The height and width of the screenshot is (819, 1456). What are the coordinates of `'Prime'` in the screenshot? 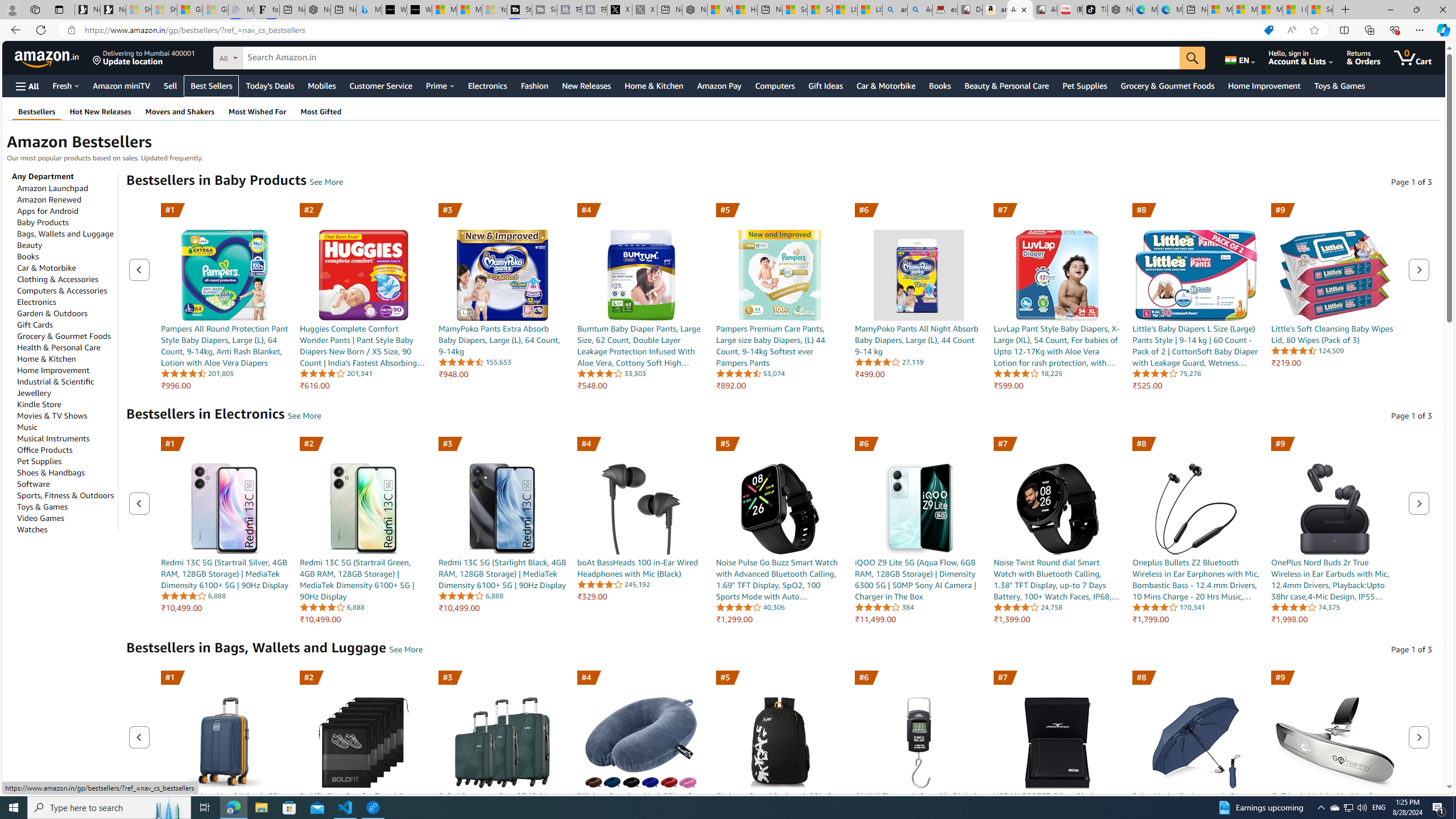 It's located at (440, 85).